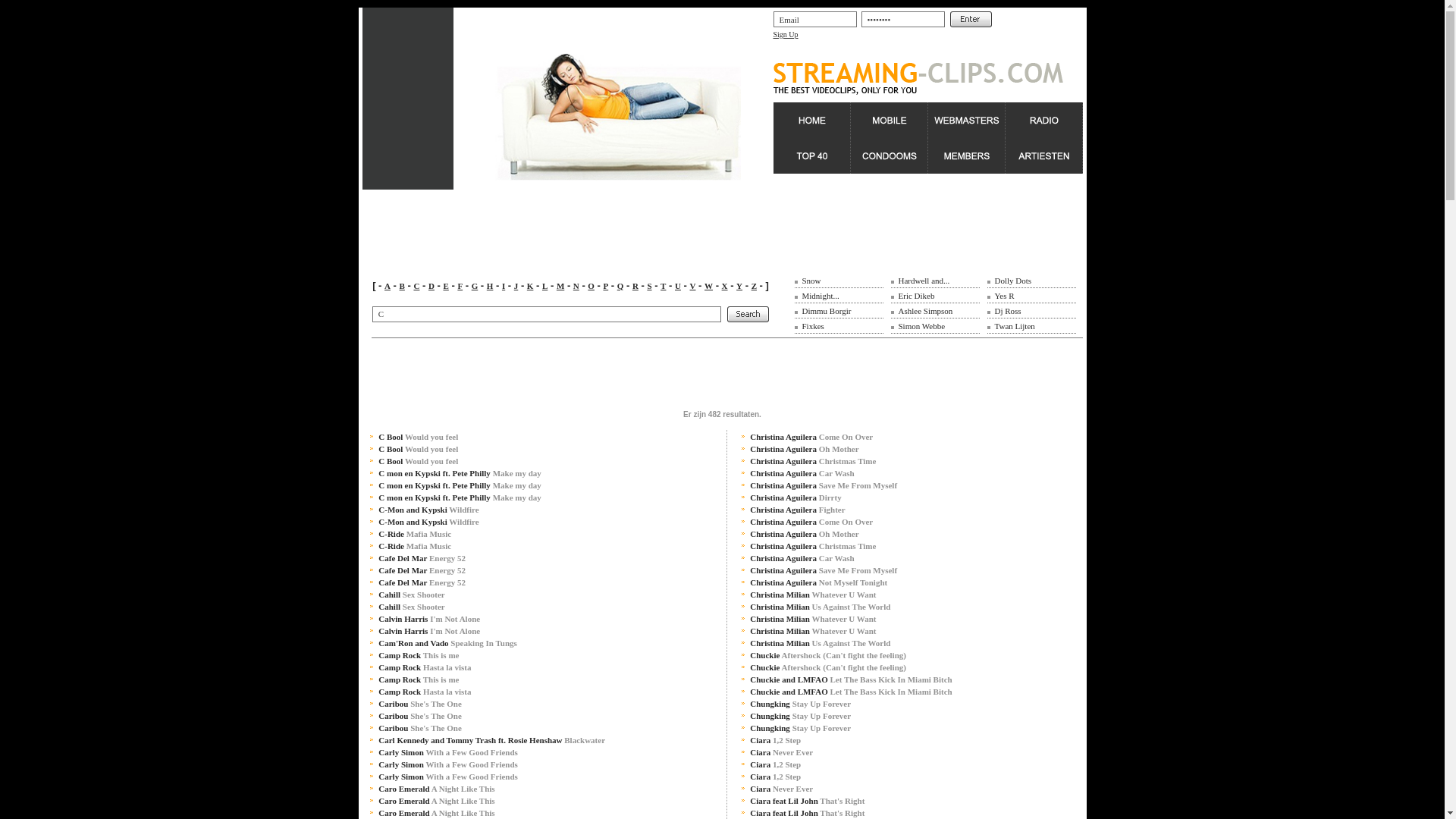 The image size is (1456, 819). Describe the element at coordinates (708, 286) in the screenshot. I see `'W'` at that location.